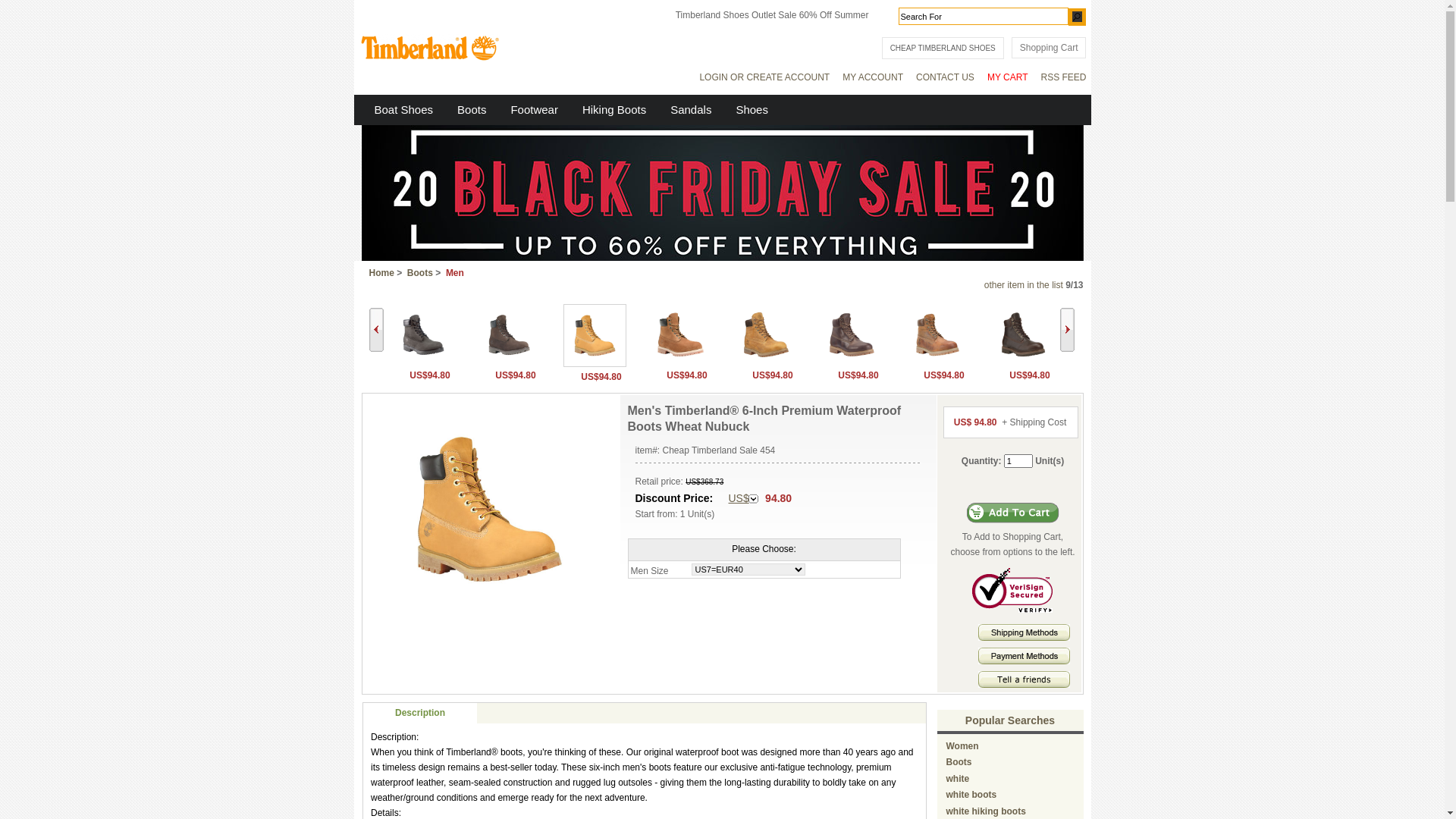 The height and width of the screenshot is (819, 1456). Describe the element at coordinates (498, 108) in the screenshot. I see `'Footwear'` at that location.